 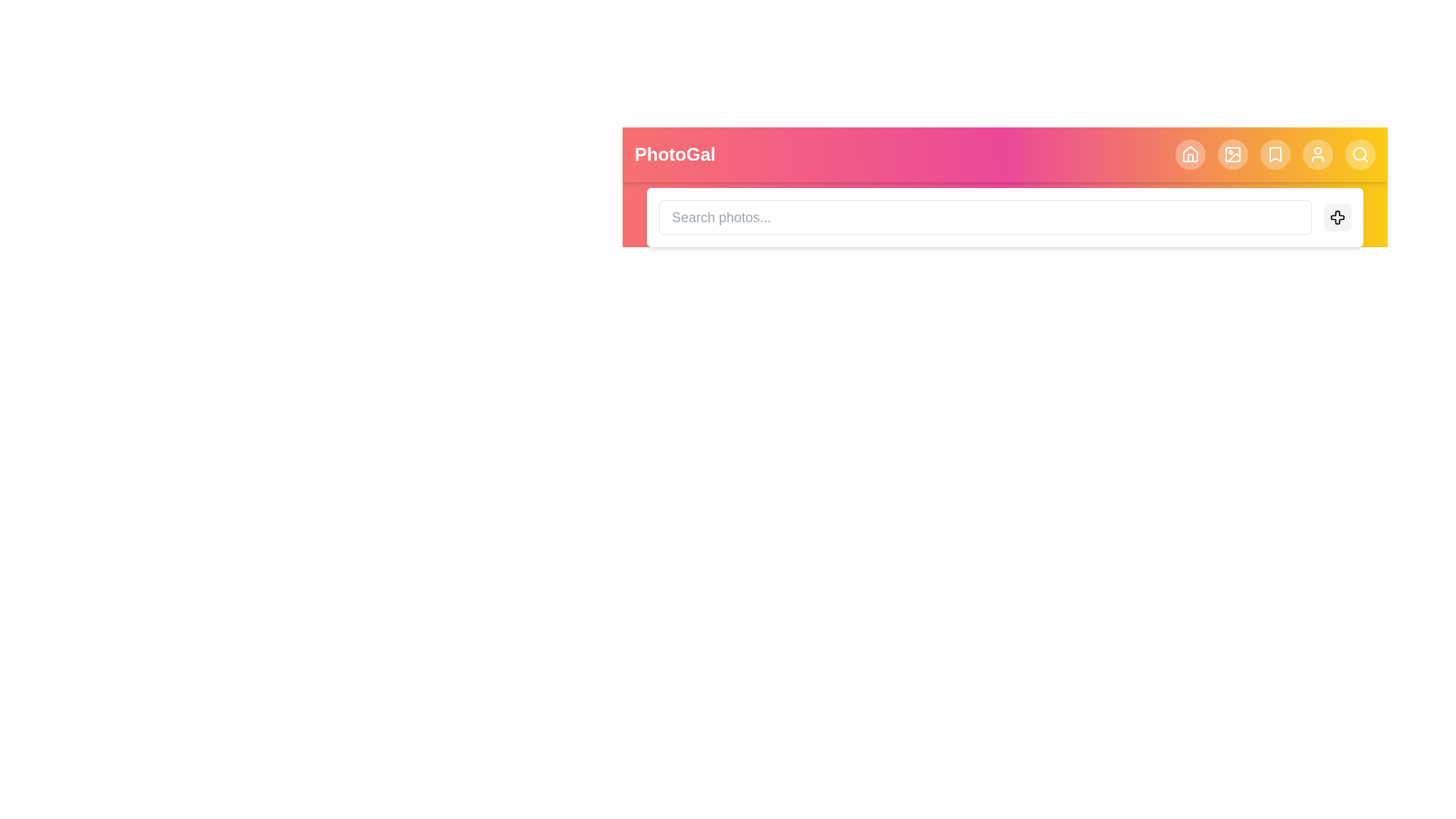 What do you see at coordinates (1316, 155) in the screenshot?
I see `the header element corresponding to User` at bounding box center [1316, 155].